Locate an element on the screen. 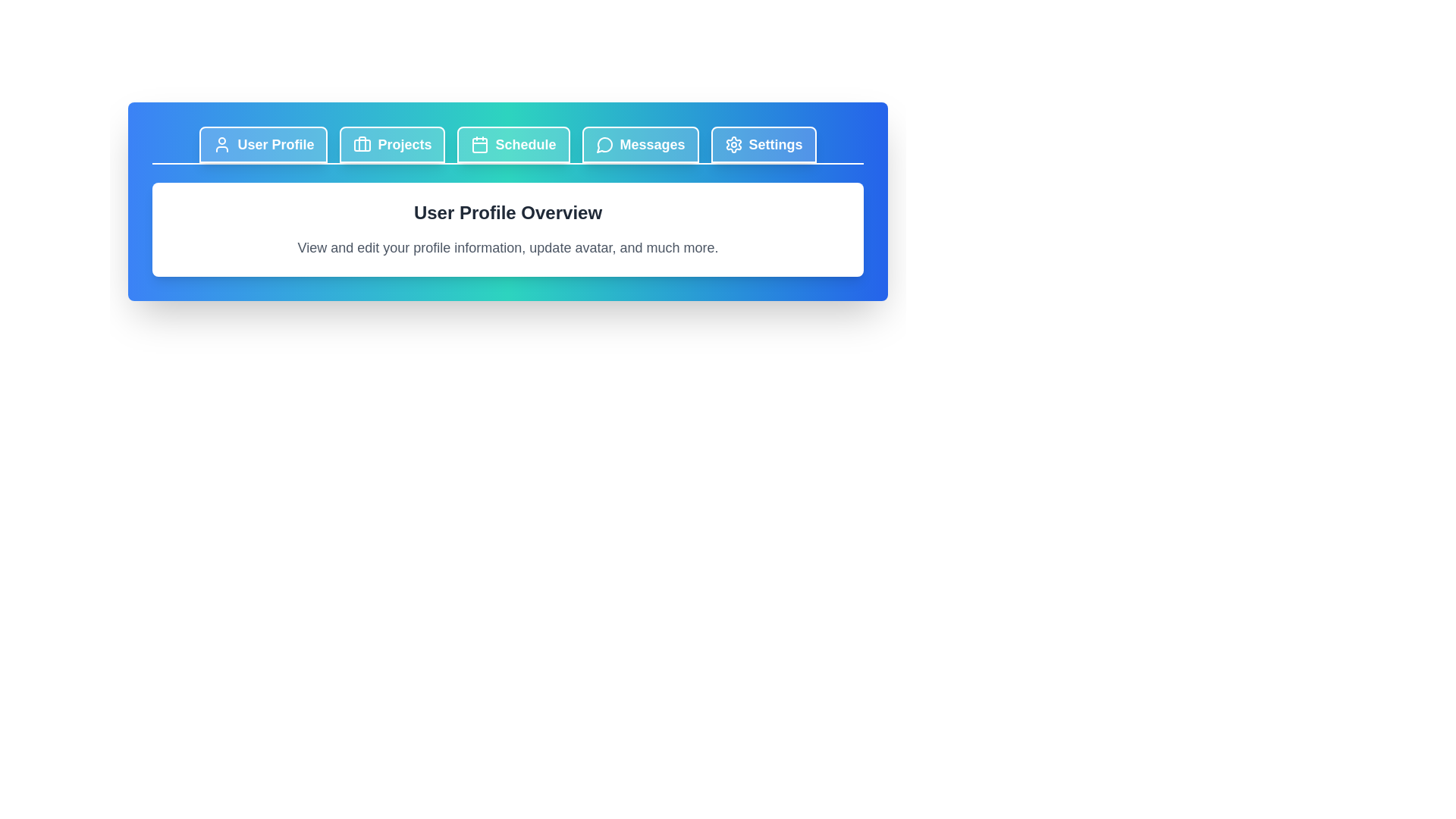 The height and width of the screenshot is (819, 1456). the 'Schedule' navigation tab, which is the third tab in a horizontal navigation bar is located at coordinates (508, 146).